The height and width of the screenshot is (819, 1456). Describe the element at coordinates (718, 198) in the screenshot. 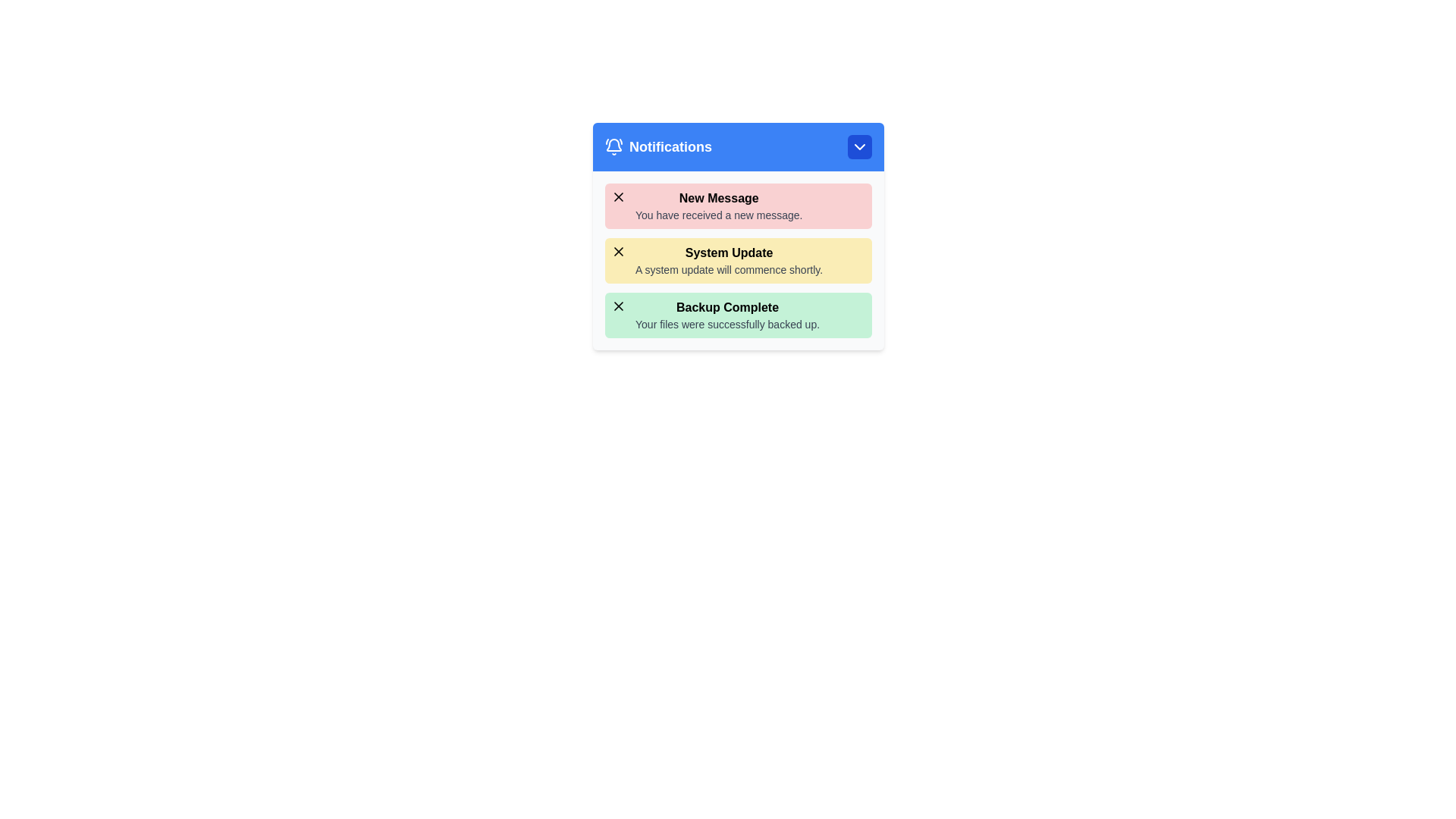

I see `the 'New Message' static text label, which is bold and centrally located within a pink notification block in the first of three notification sections` at that location.